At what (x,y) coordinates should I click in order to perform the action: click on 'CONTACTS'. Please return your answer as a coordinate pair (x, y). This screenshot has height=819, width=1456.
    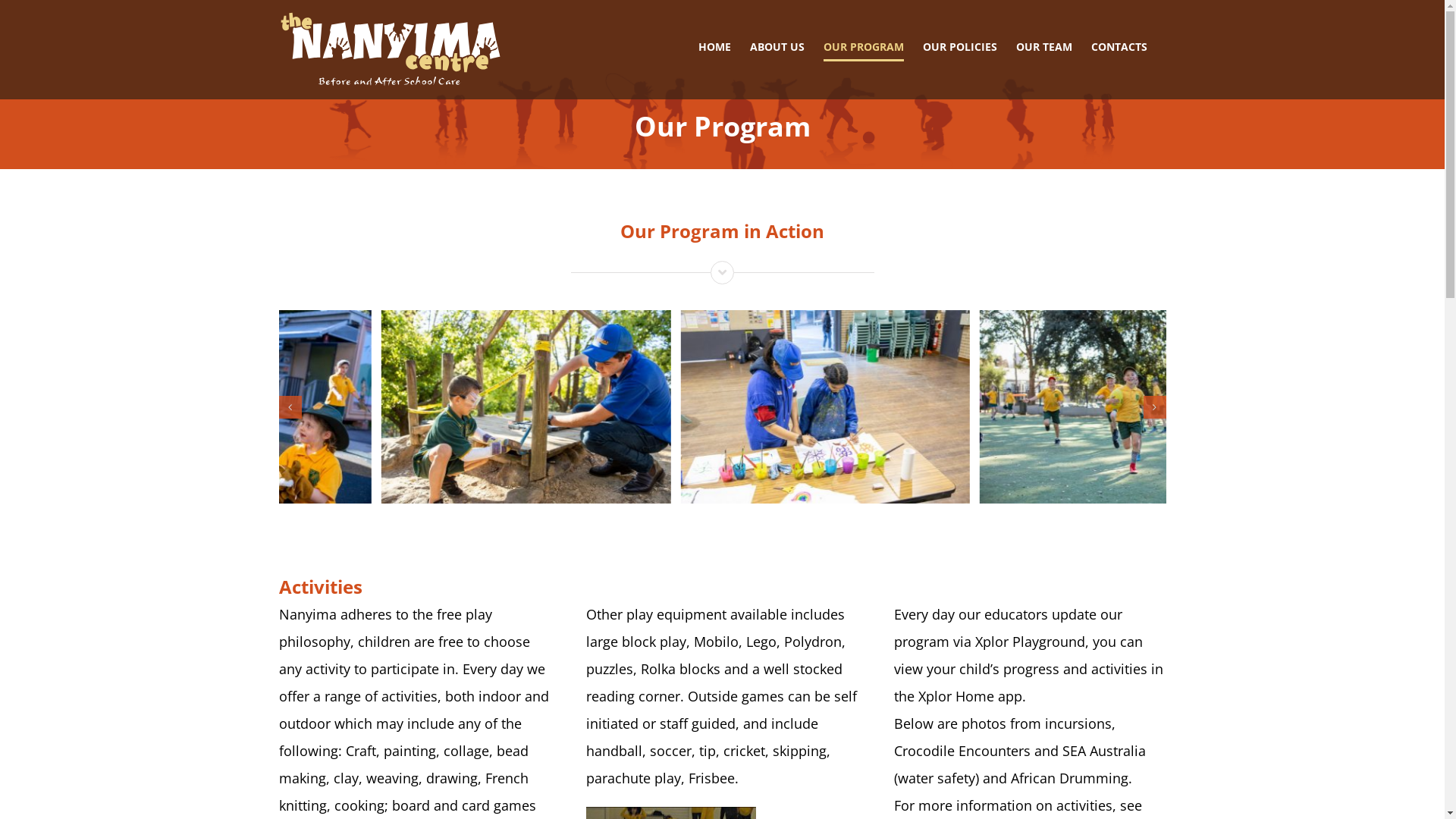
    Looking at the image, I should click on (1118, 45).